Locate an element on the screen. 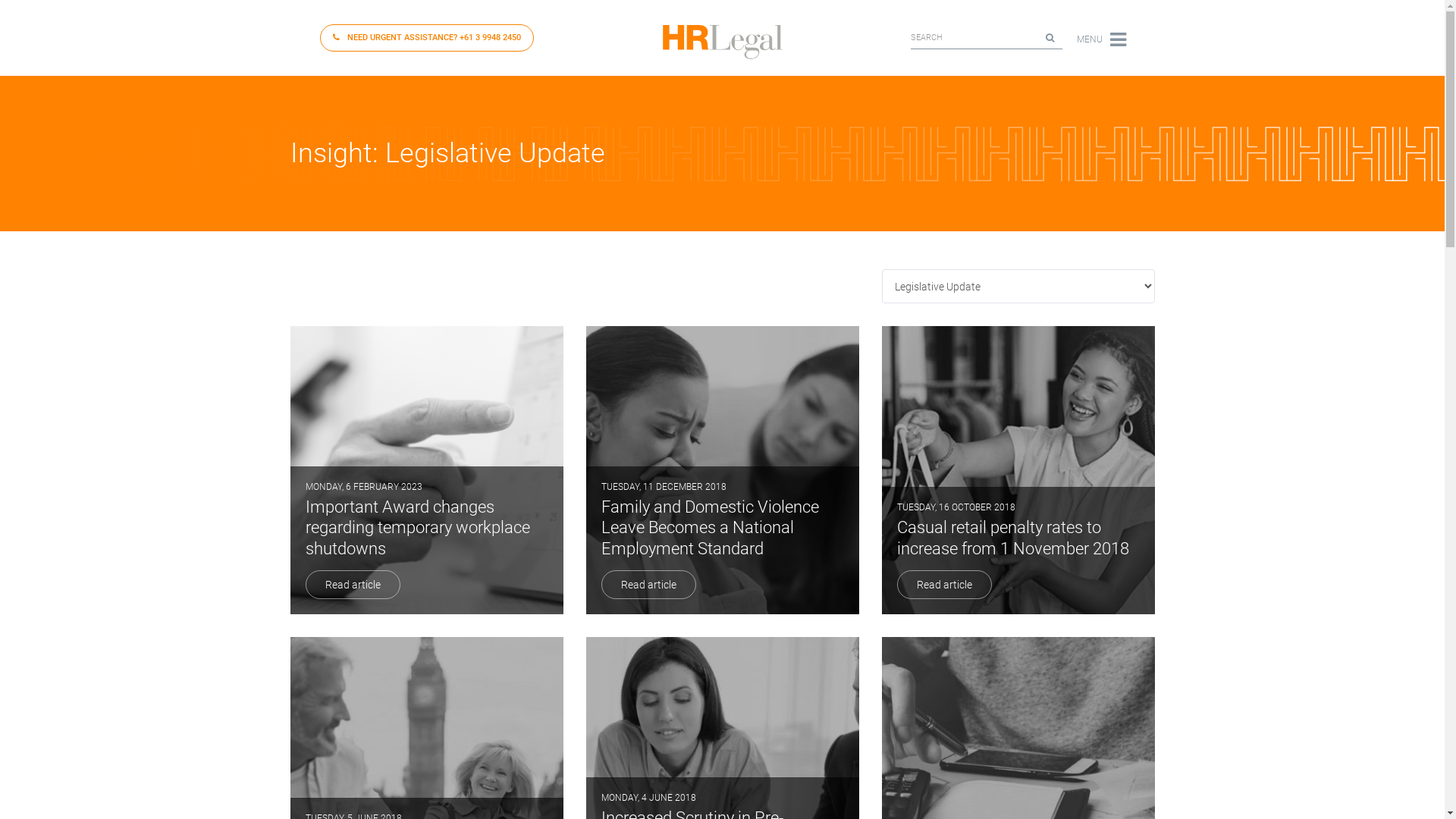 The image size is (1456, 819). 'Read article' is located at coordinates (600, 584).